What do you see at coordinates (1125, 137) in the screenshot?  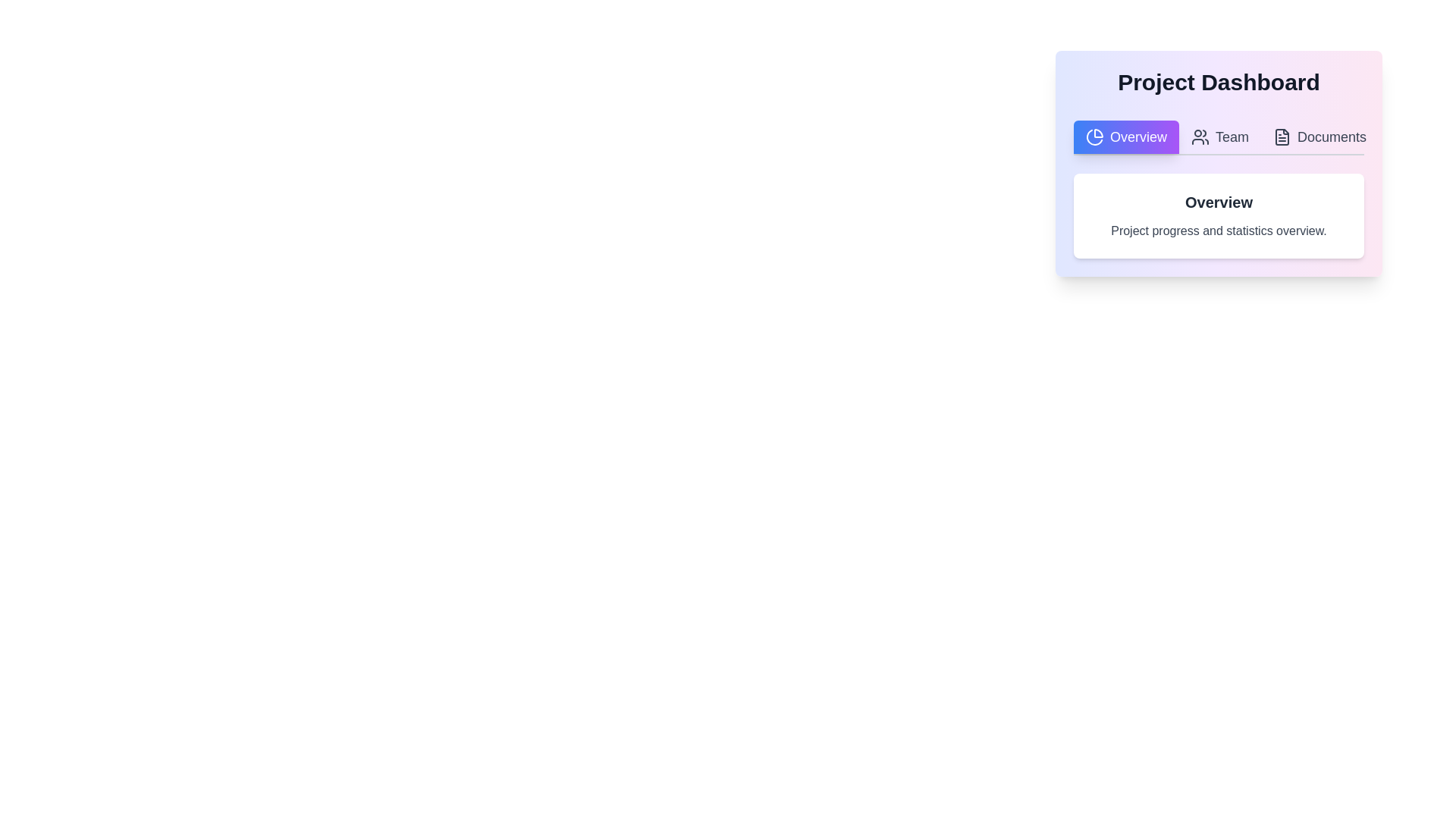 I see `the Overview tab to view its content` at bounding box center [1125, 137].